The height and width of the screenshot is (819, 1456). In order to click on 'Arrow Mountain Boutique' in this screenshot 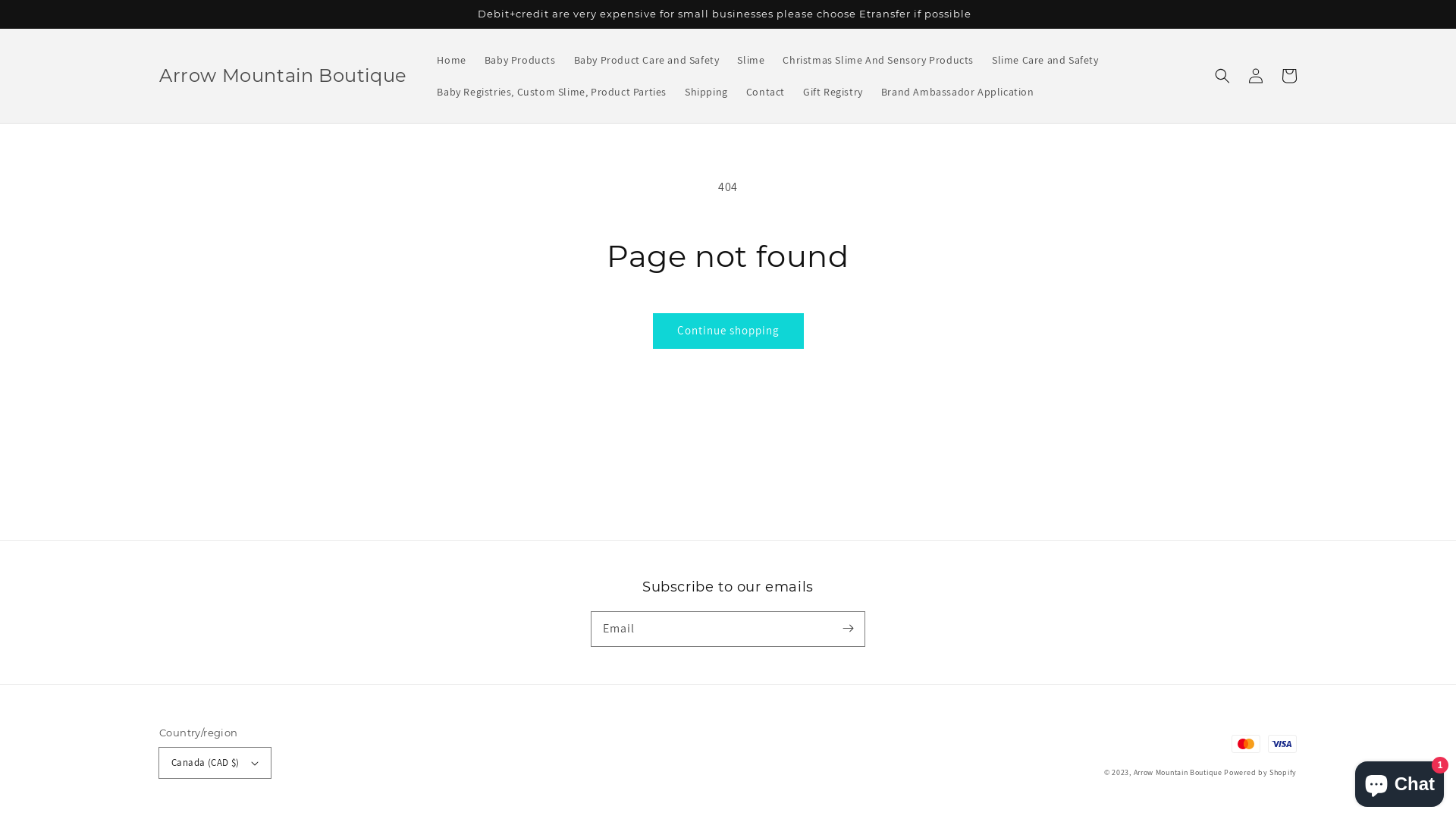, I will do `click(1177, 772)`.